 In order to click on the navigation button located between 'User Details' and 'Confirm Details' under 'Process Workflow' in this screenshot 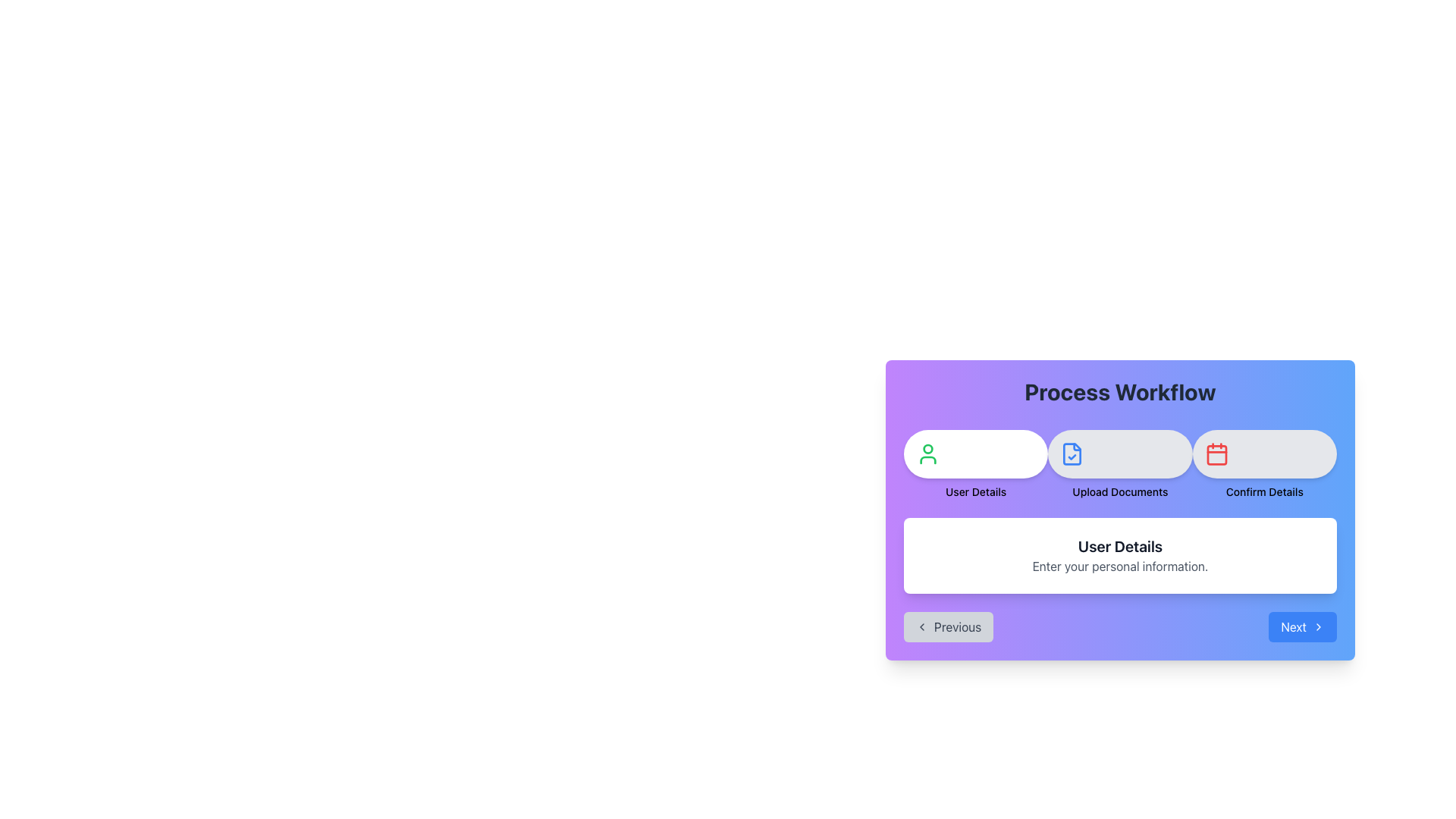, I will do `click(1120, 464)`.